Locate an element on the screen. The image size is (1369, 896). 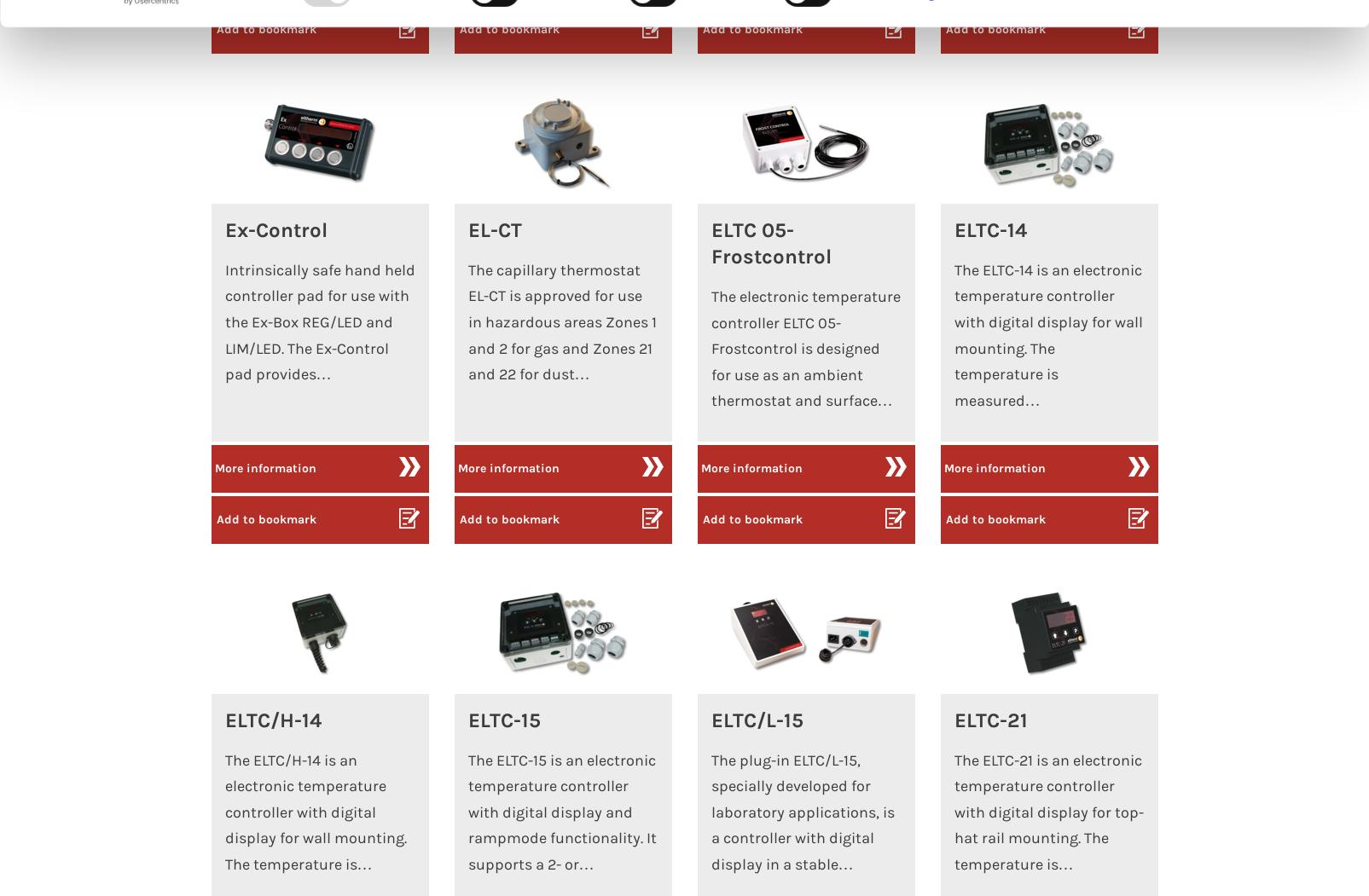
'EL-CT' is located at coordinates (493, 228).